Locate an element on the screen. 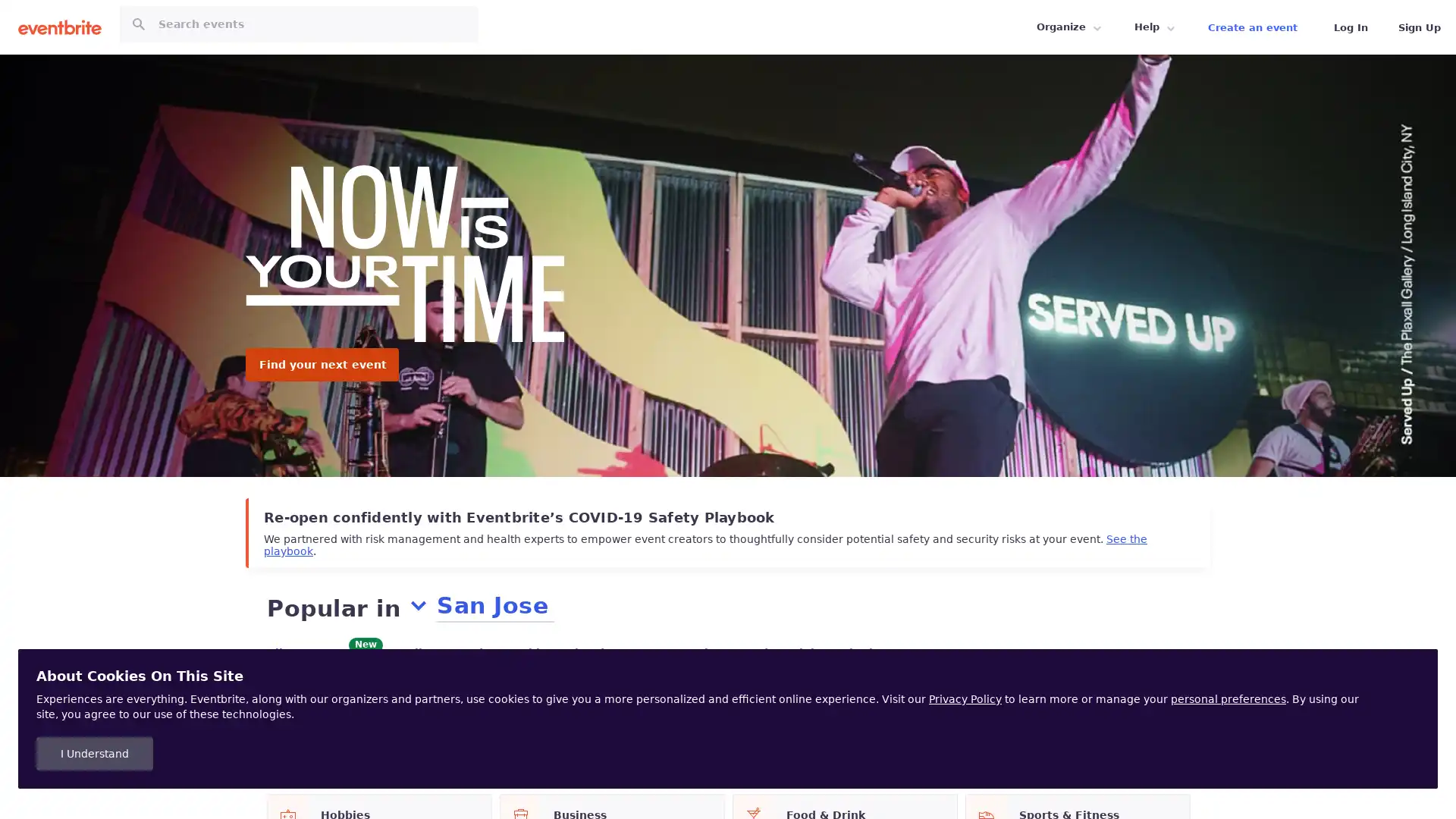 This screenshot has height=819, width=1456. Online is located at coordinates (418, 651).